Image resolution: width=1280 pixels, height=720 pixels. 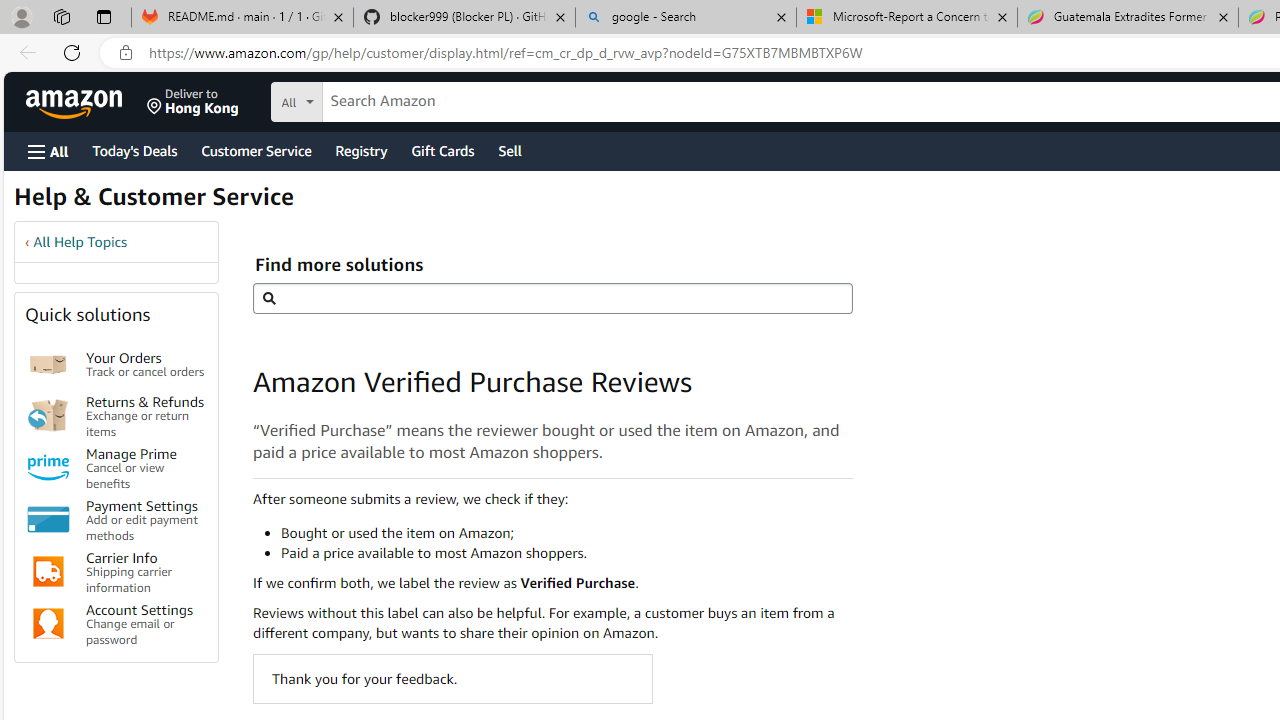 What do you see at coordinates (86, 100) in the screenshot?
I see `'Skip to main content'` at bounding box center [86, 100].